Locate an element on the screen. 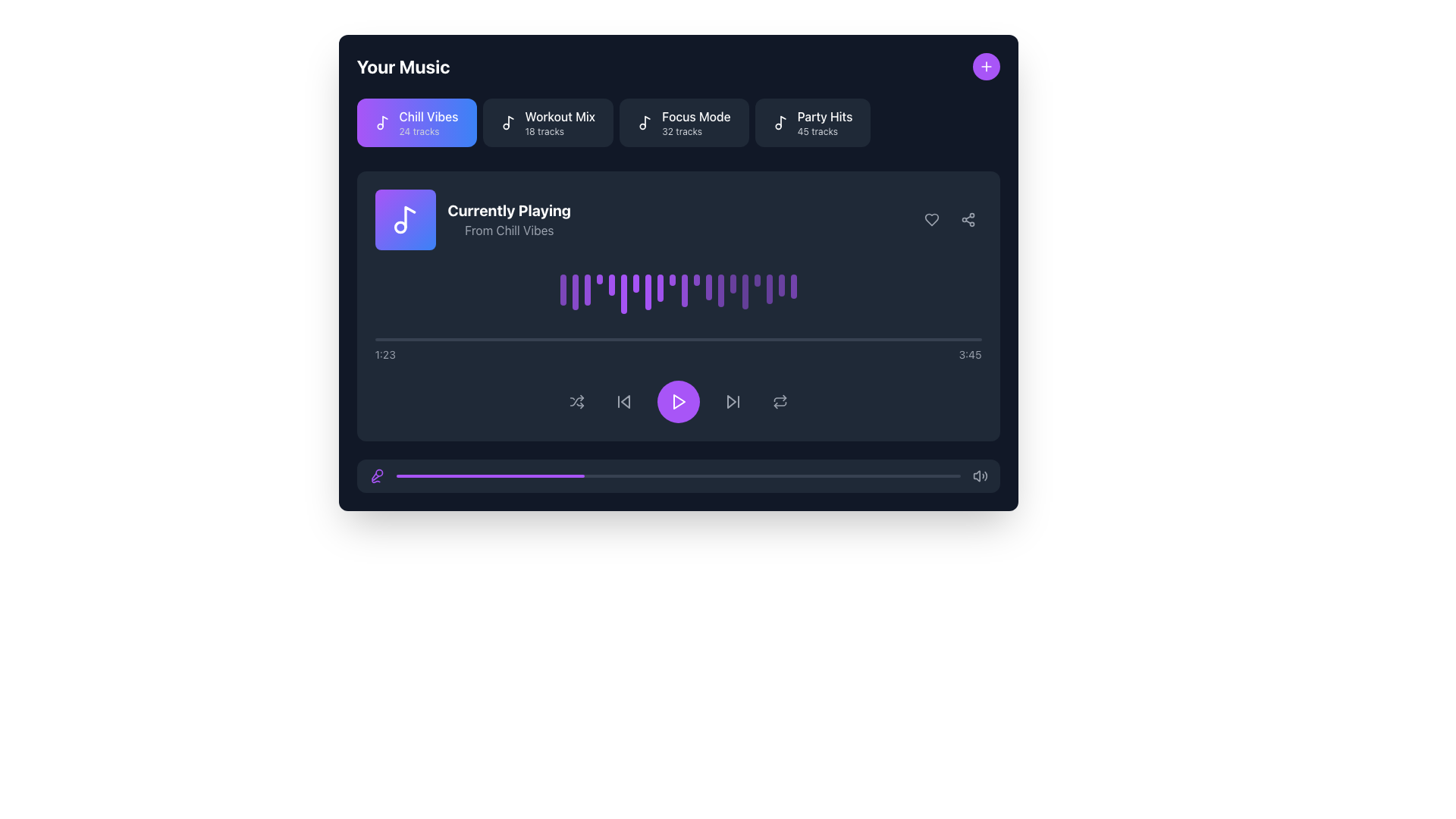  the sixth vertical waveform bar, which is purple and part of a music playback interface, located centrally in the waveform display is located at coordinates (623, 294).